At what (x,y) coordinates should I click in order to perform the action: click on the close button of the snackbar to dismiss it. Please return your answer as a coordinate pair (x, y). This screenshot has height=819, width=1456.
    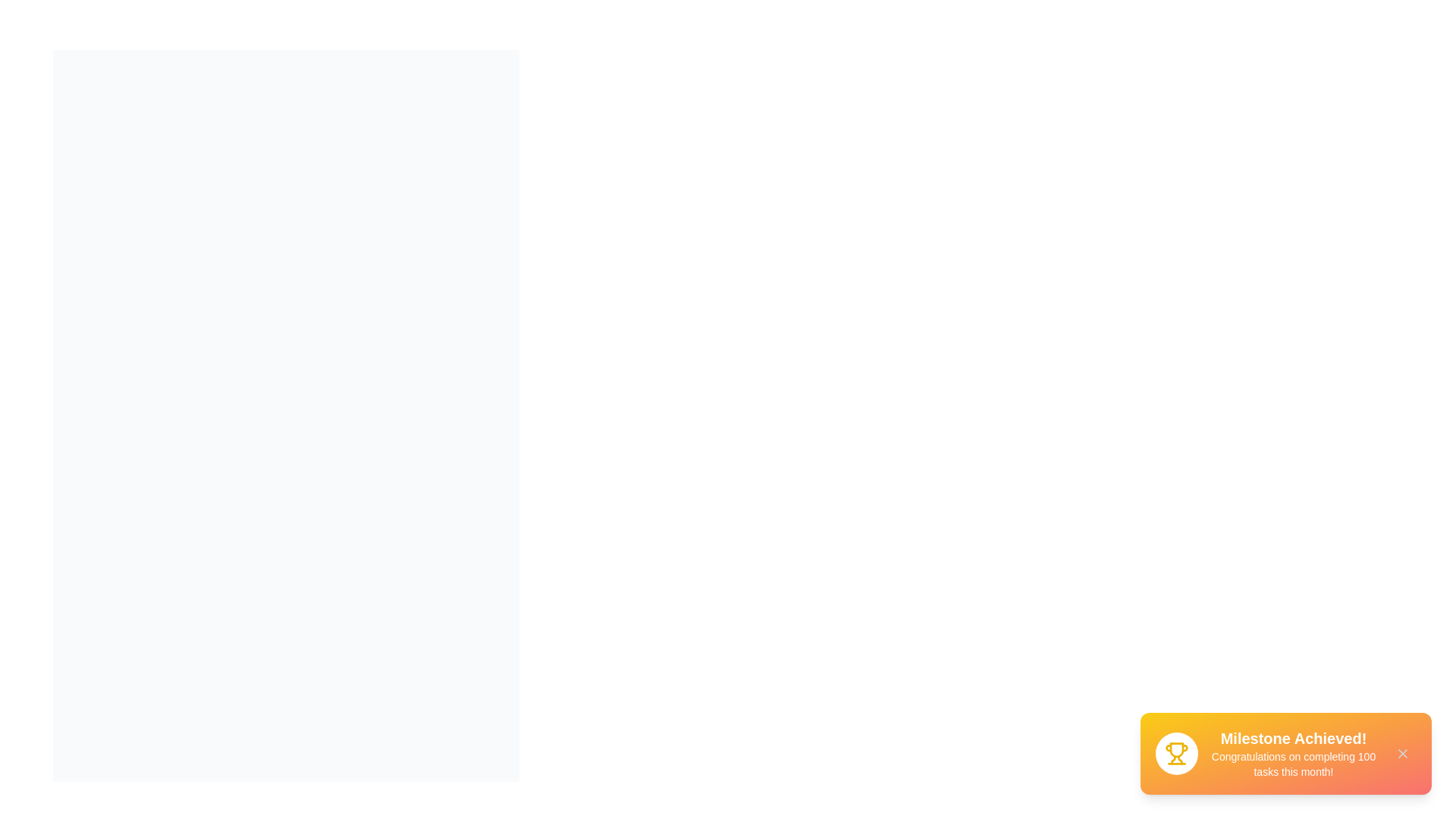
    Looking at the image, I should click on (1401, 754).